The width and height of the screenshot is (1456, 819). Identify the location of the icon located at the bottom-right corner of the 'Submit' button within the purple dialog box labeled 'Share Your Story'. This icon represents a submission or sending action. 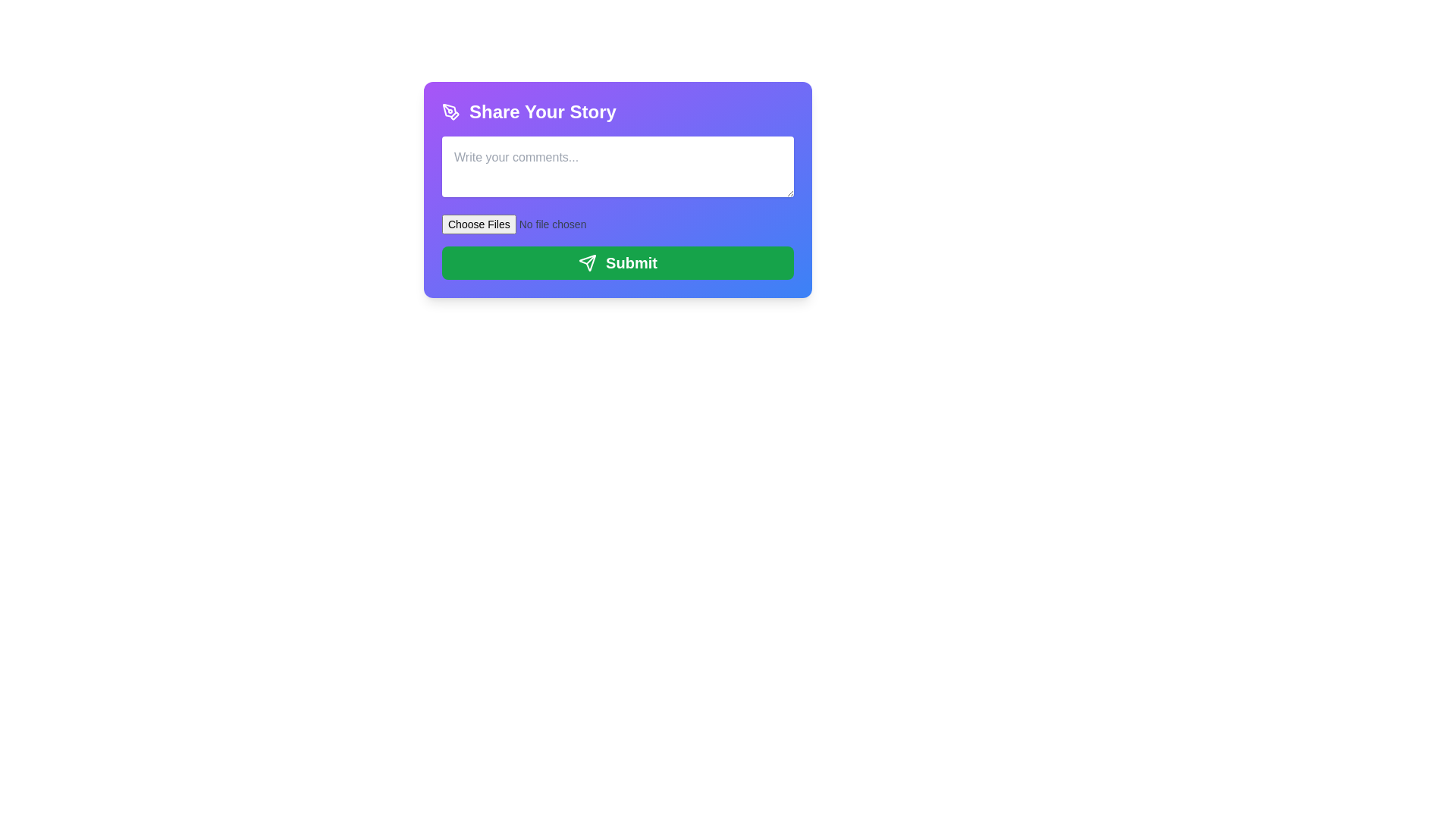
(587, 262).